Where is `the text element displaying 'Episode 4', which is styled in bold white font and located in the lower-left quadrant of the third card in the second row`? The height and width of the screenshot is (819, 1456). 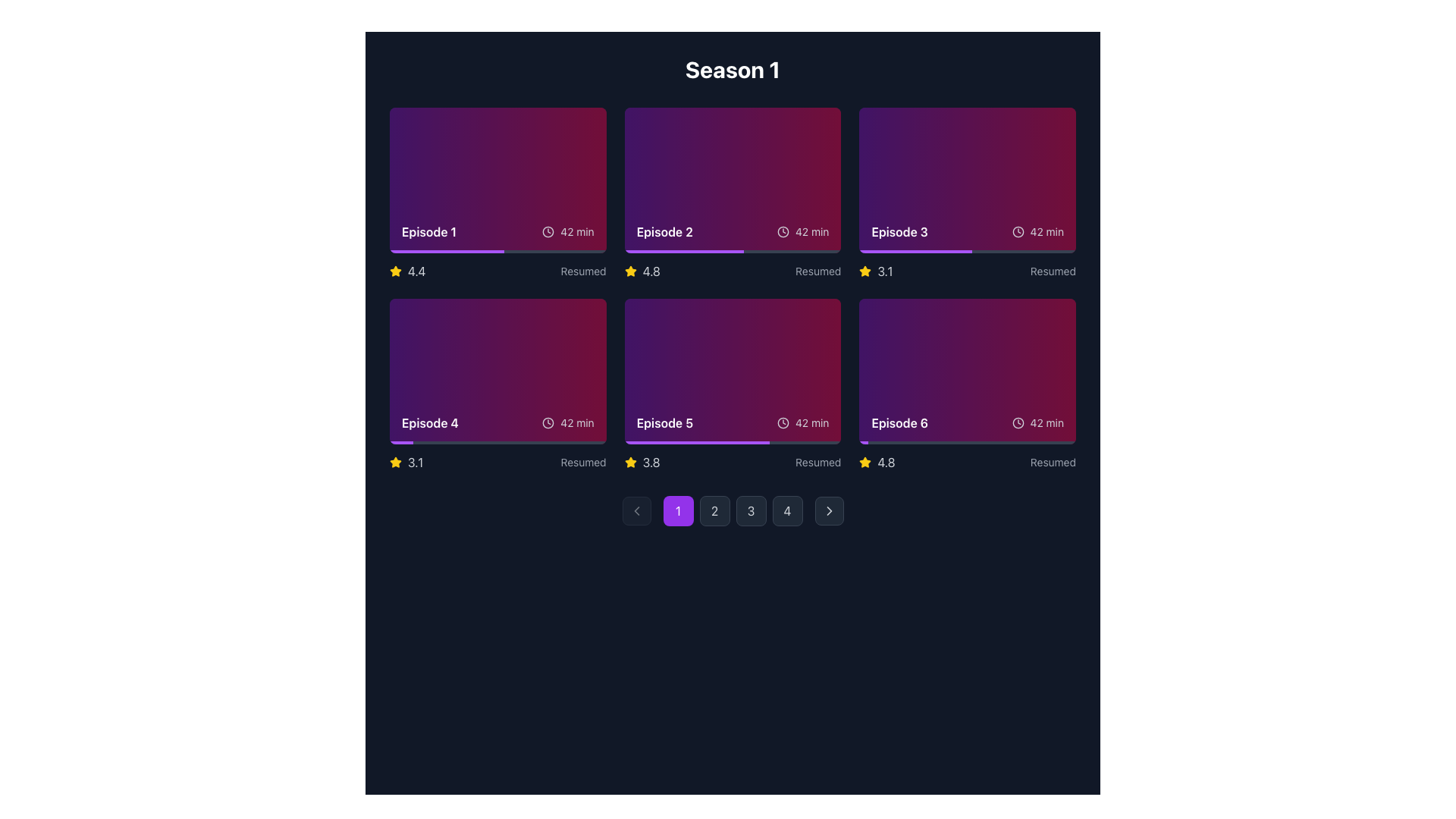
the text element displaying 'Episode 4', which is styled in bold white font and located in the lower-left quadrant of the third card in the second row is located at coordinates (429, 423).